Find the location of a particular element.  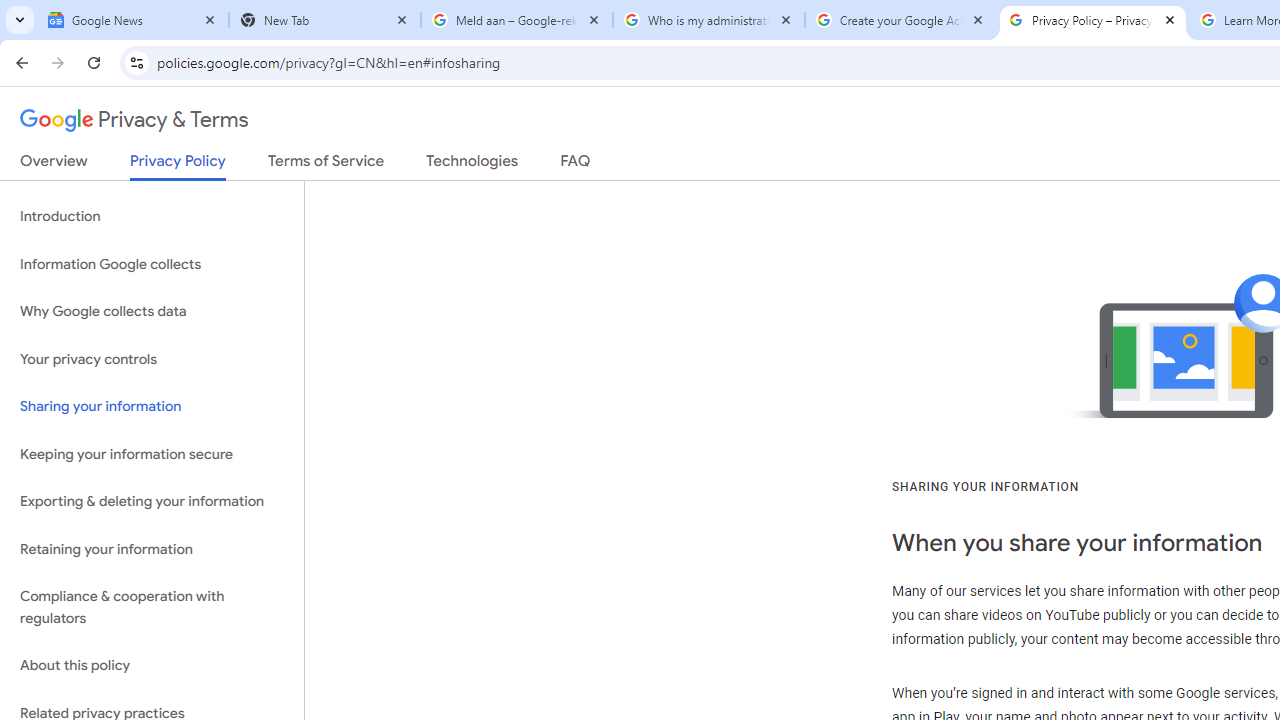

'Sharing your information' is located at coordinates (151, 406).